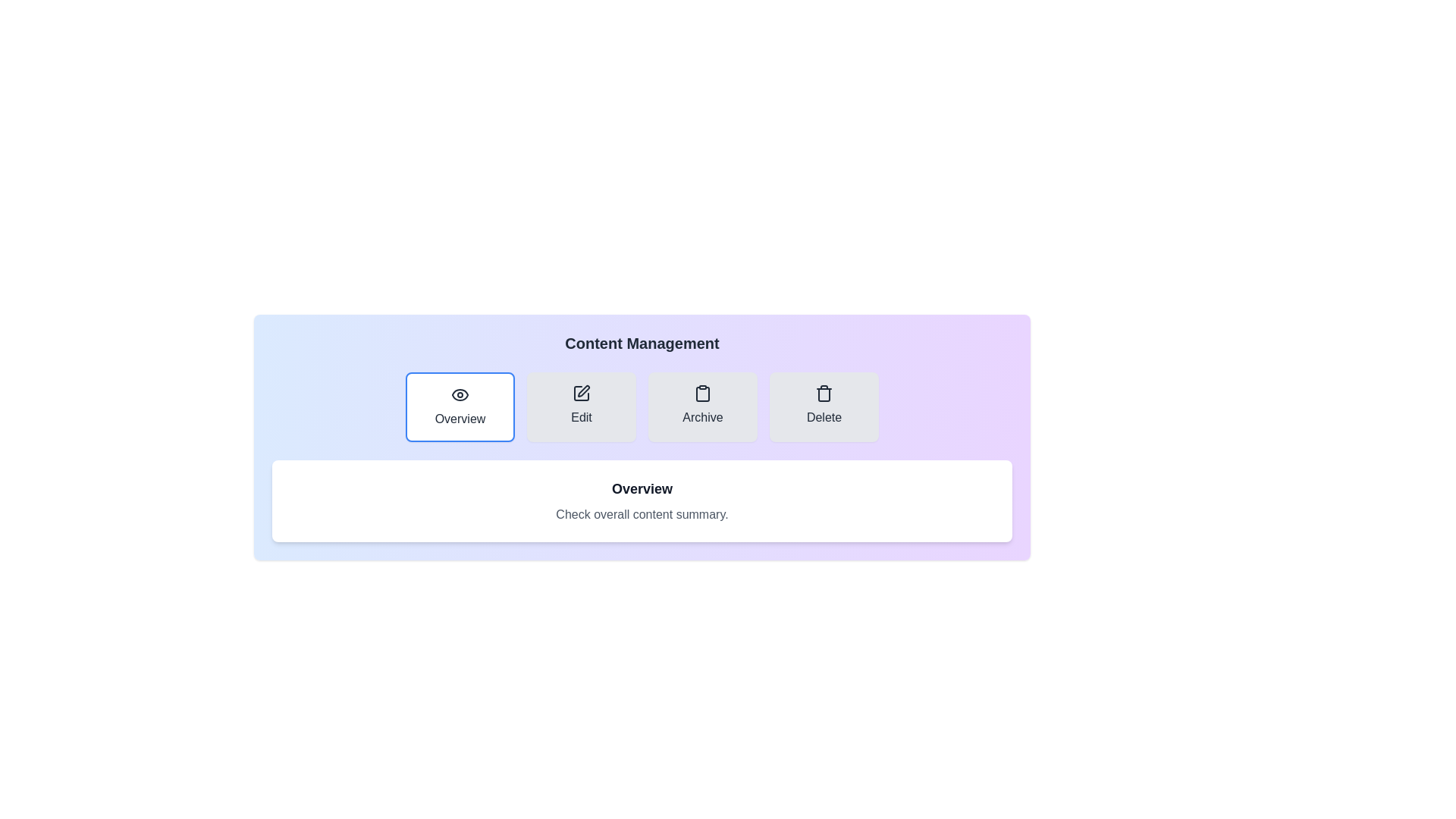  Describe the element at coordinates (701, 406) in the screenshot. I see `the tab labeled Archive to preview its interaction effect` at that location.